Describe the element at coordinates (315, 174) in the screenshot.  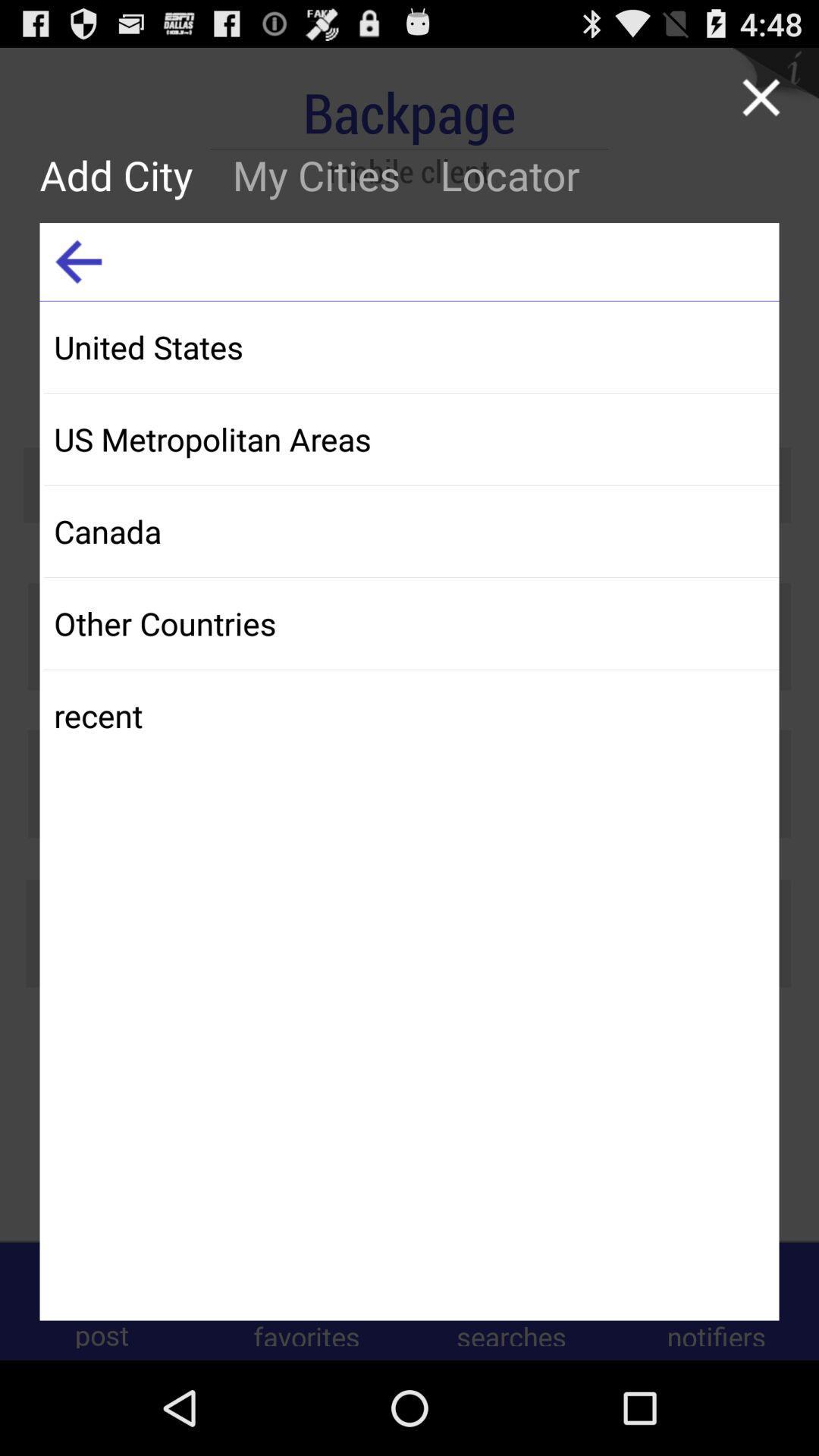
I see `the button next to locator` at that location.